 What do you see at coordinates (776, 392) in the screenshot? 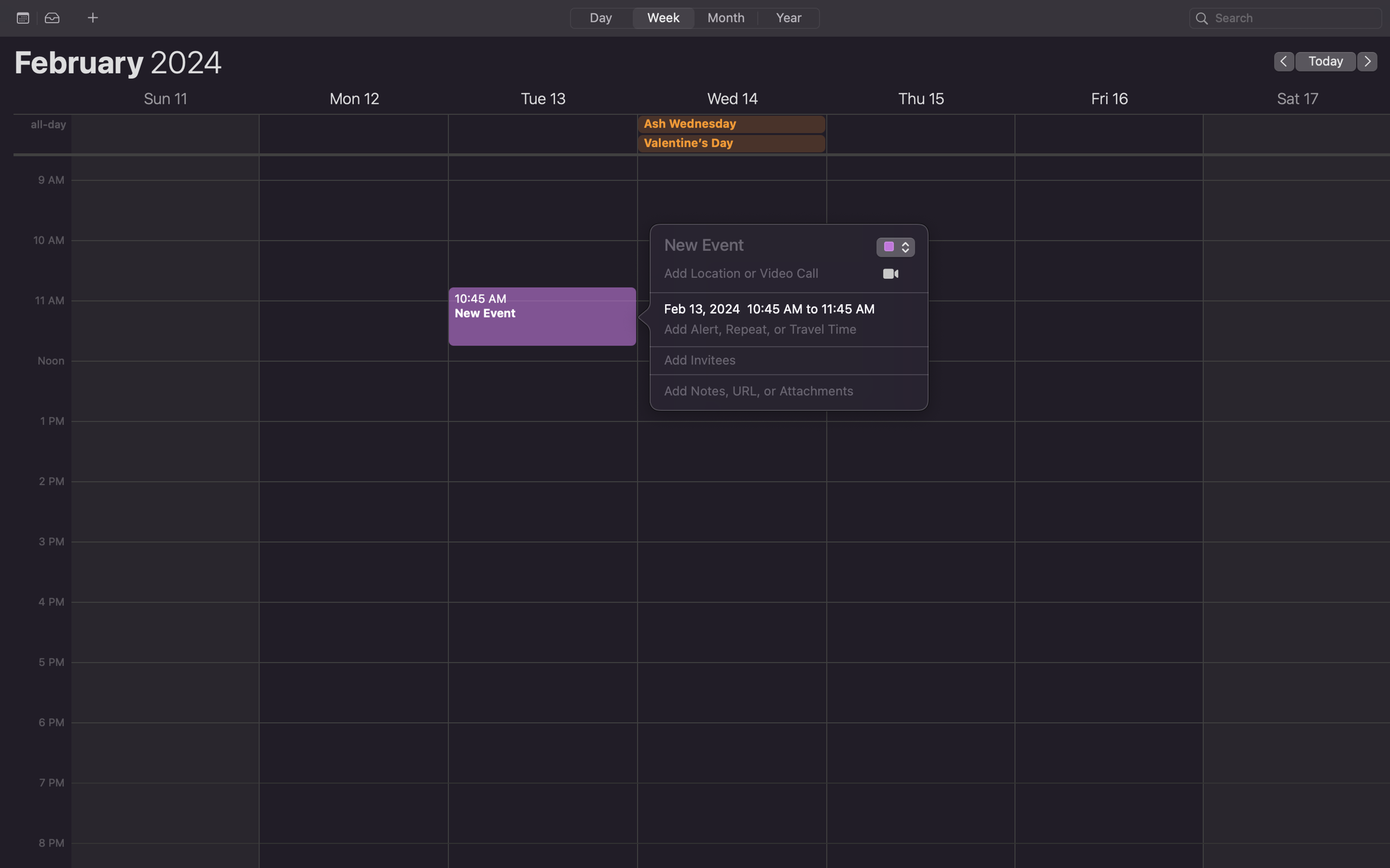
I see `Insert the statement "Please RSVP by Friday" in the notes section` at bounding box center [776, 392].